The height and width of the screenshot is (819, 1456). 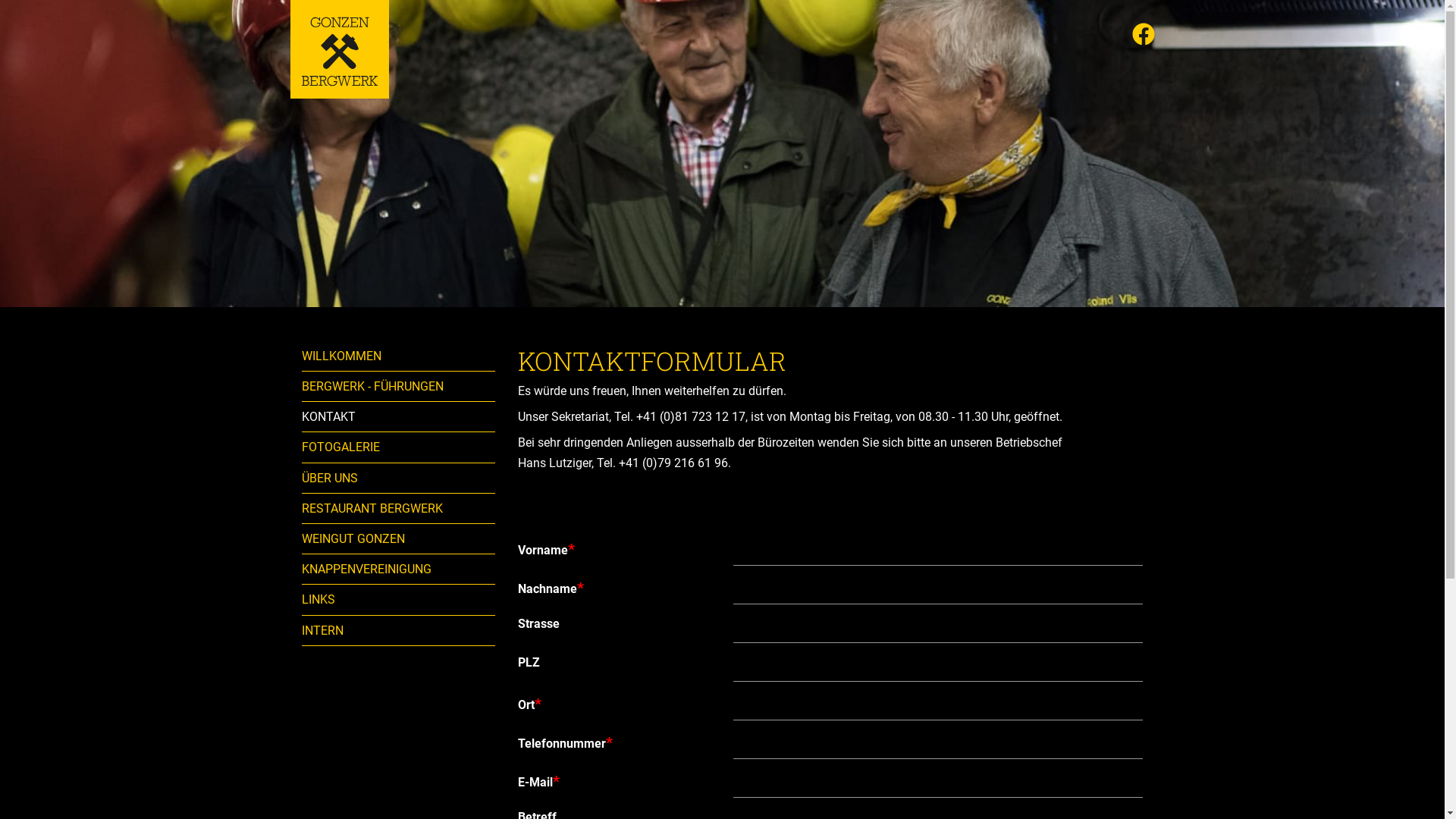 What do you see at coordinates (302, 538) in the screenshot?
I see `'WEINGUT GONZEN'` at bounding box center [302, 538].